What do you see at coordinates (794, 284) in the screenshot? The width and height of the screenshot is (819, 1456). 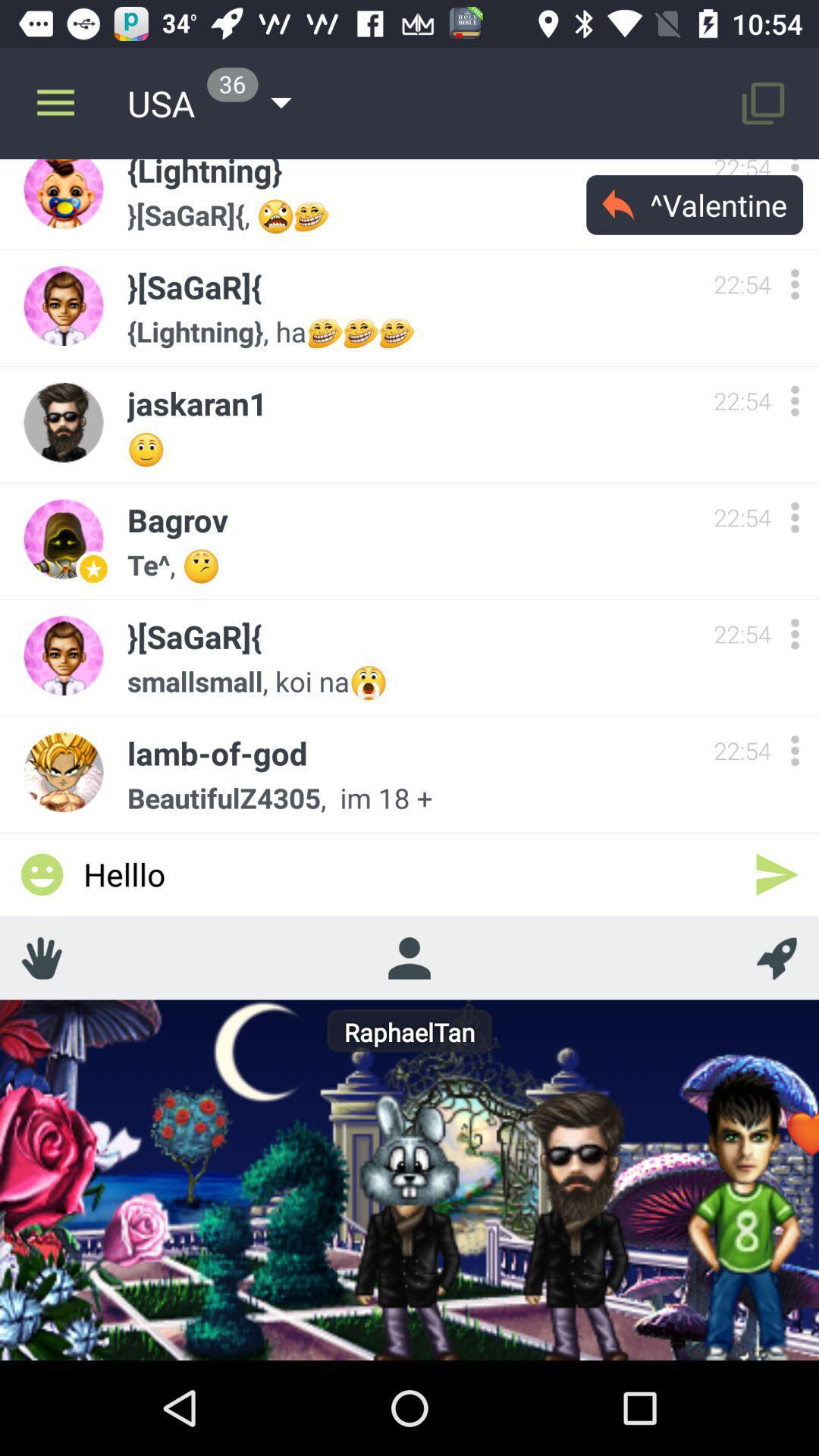 I see `open extended options` at bounding box center [794, 284].